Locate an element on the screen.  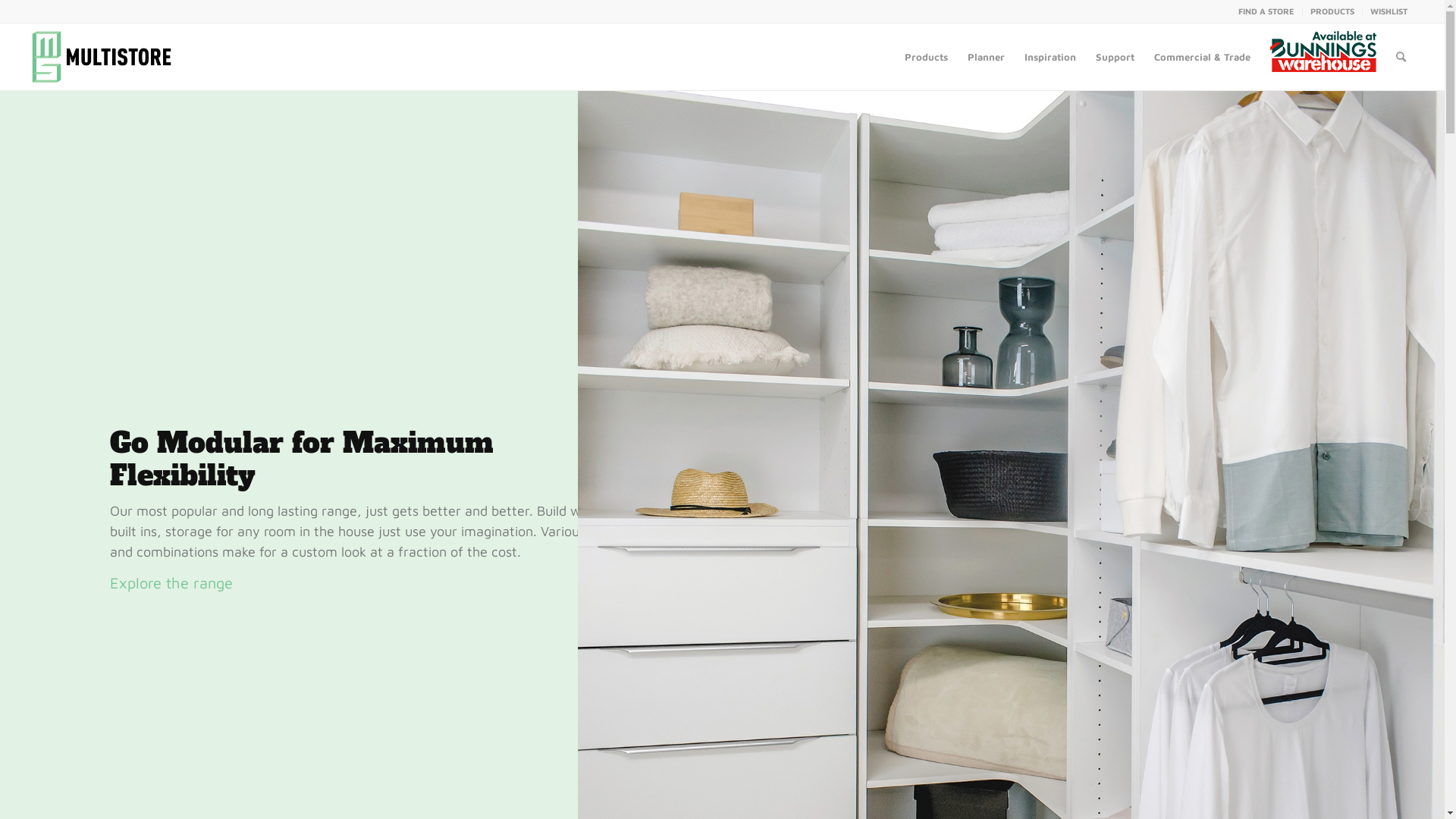
'Planner' is located at coordinates (956, 55).